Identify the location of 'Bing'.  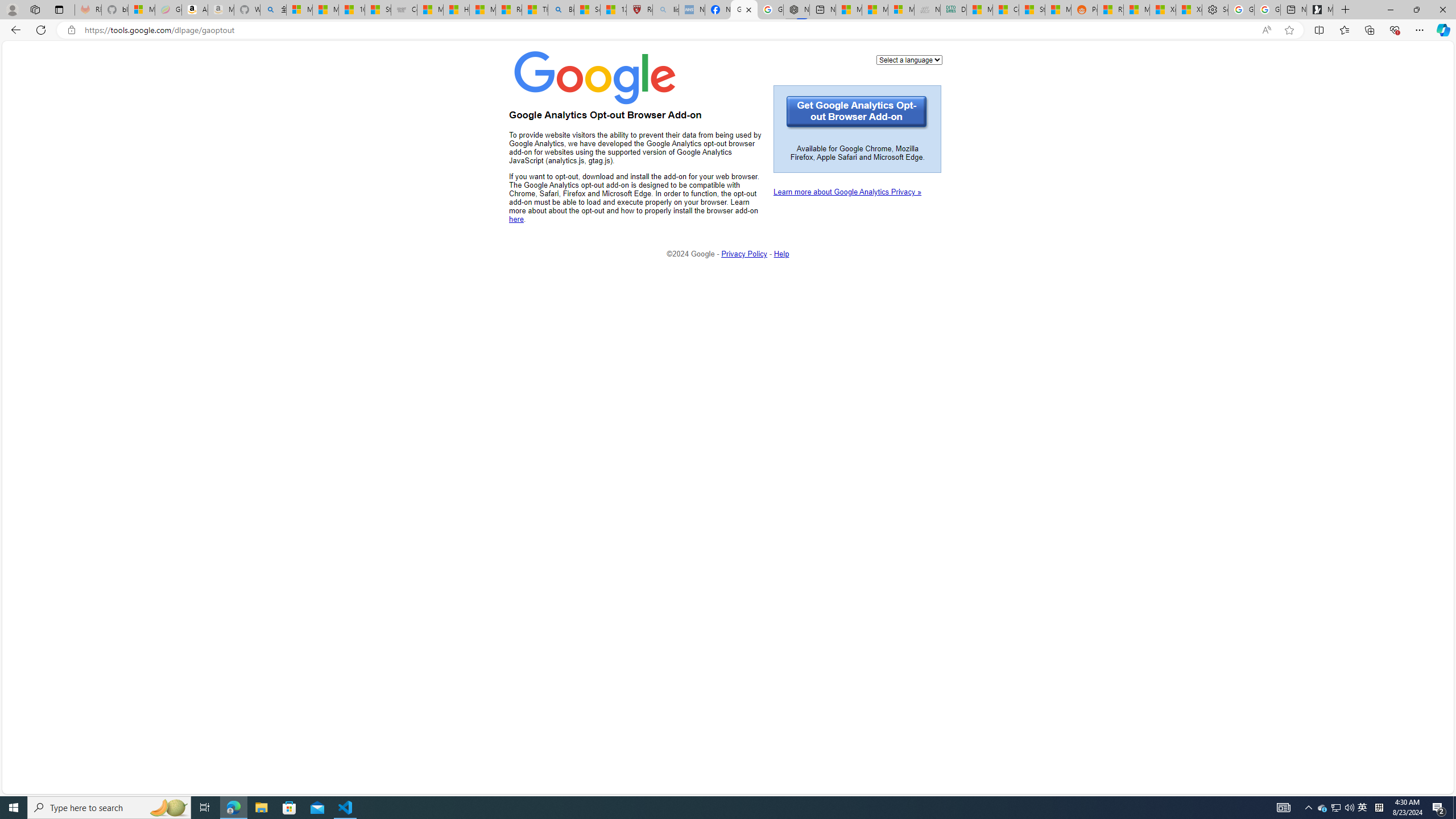
(561, 9).